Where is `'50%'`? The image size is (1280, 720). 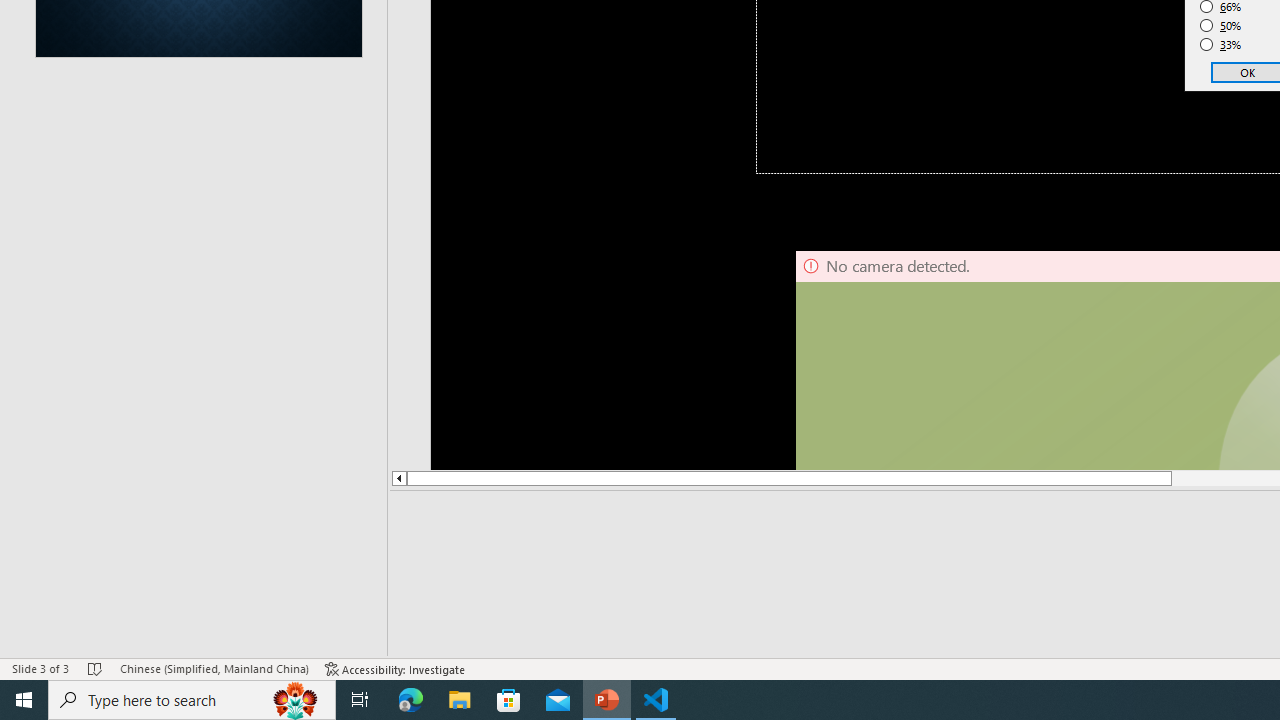
'50%' is located at coordinates (1220, 25).